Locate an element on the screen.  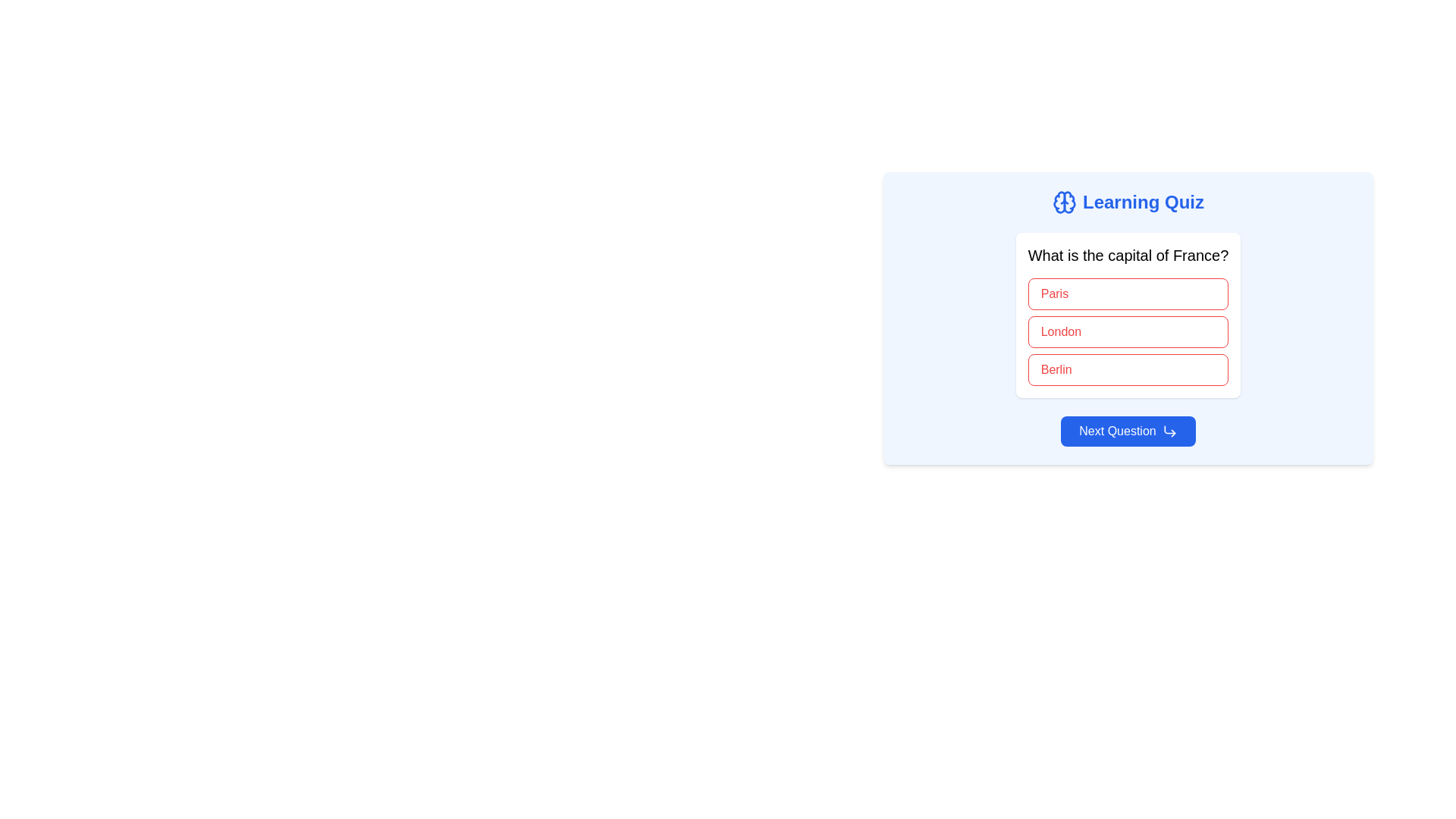
the 'London' button that allows users to select it as their answer to the question 'What is the capital of France?' is located at coordinates (1128, 318).